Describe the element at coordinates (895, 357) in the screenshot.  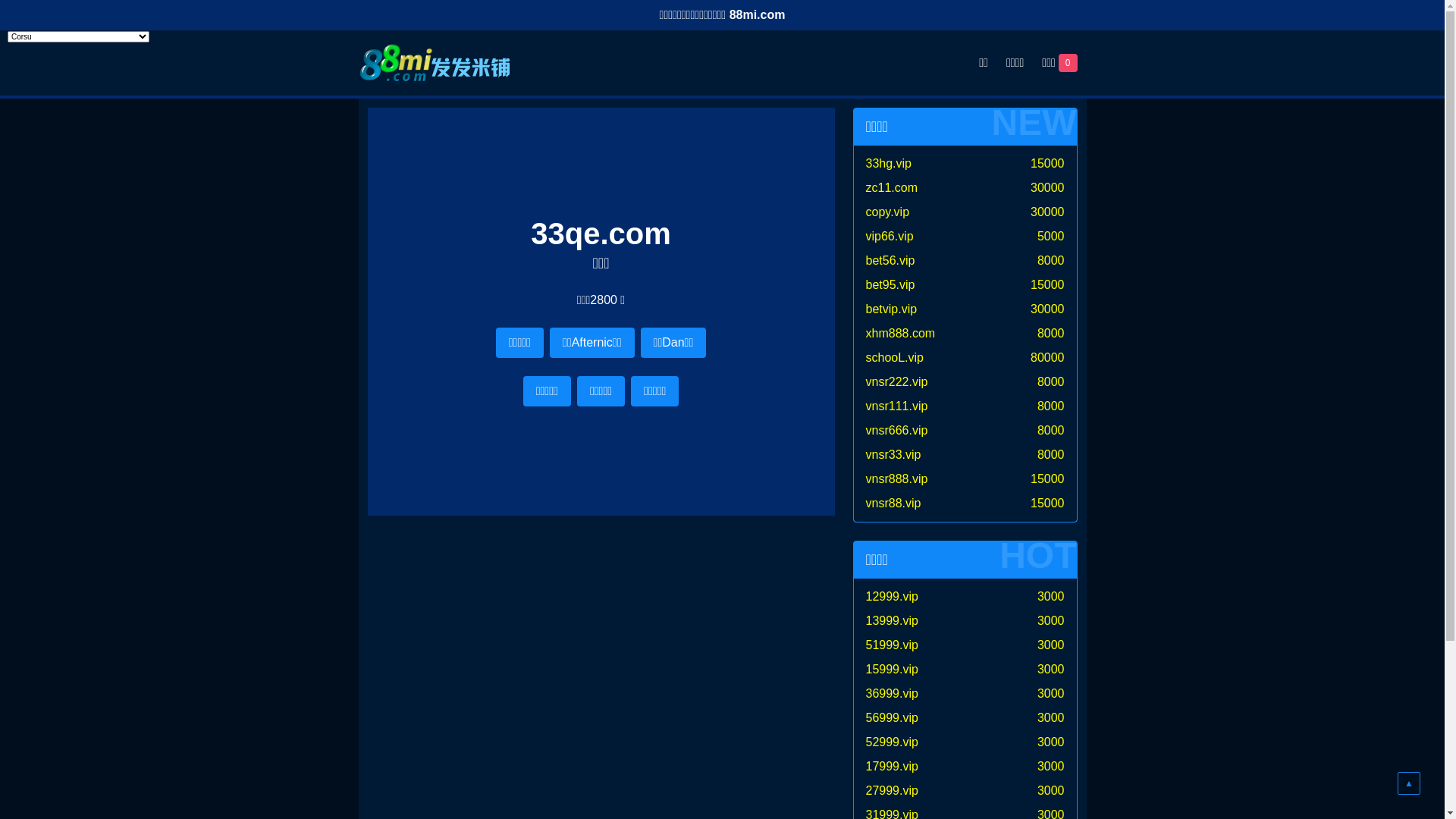
I see `'schooL.vip'` at that location.